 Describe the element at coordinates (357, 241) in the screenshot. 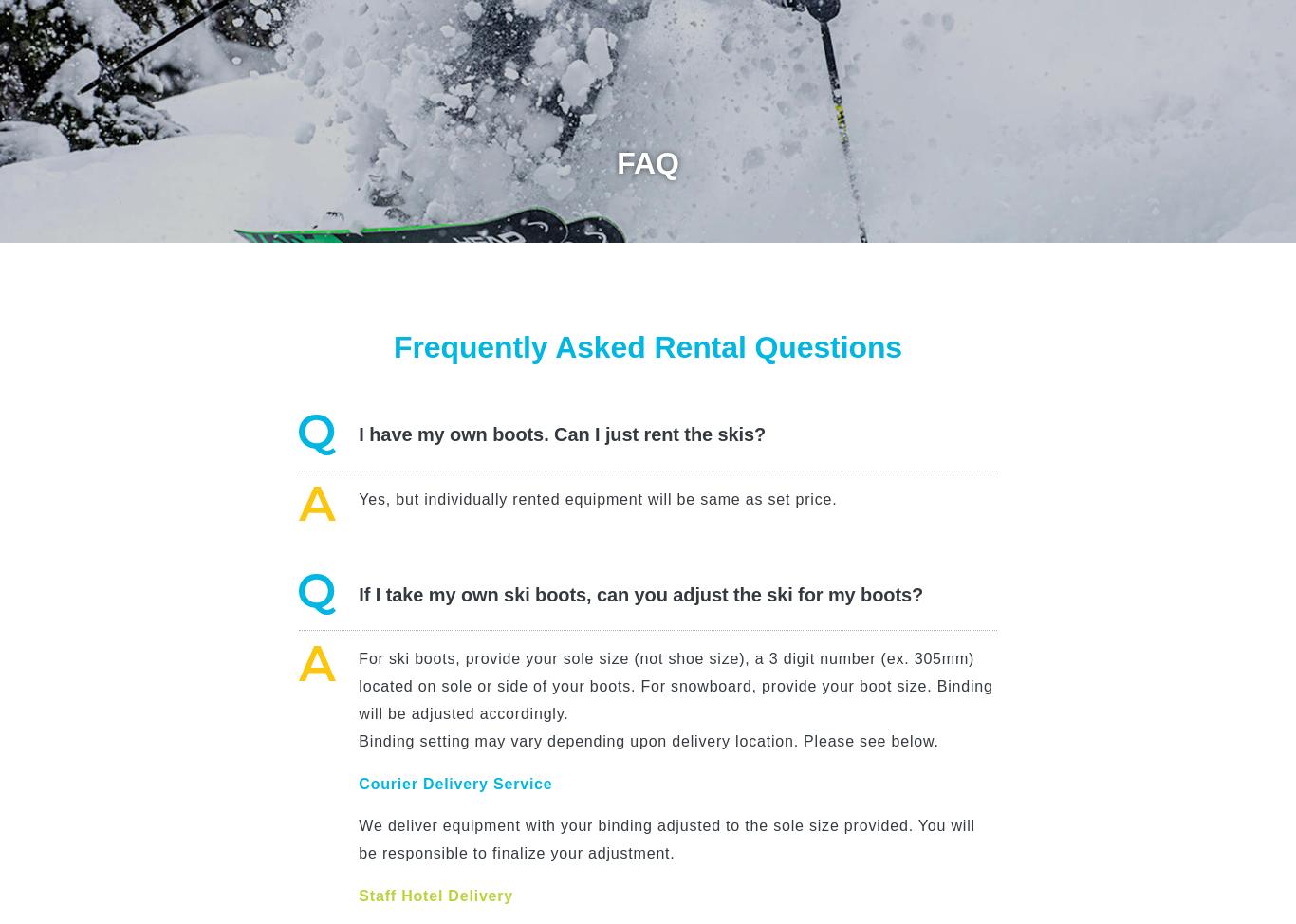

I see `'Can I try on several sizes?'` at that location.